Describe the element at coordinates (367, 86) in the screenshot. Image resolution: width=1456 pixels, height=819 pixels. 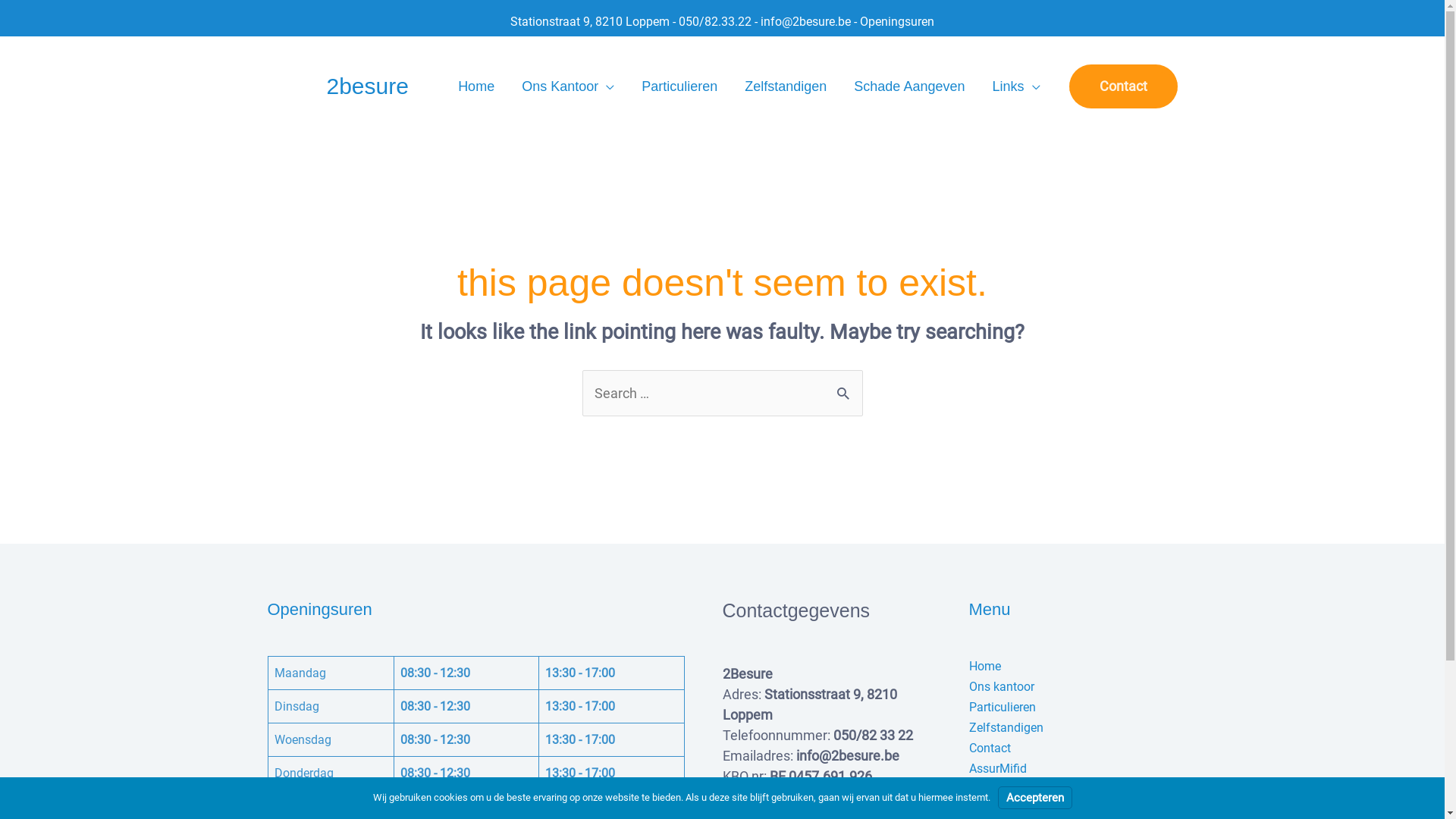
I see `'2besure'` at that location.